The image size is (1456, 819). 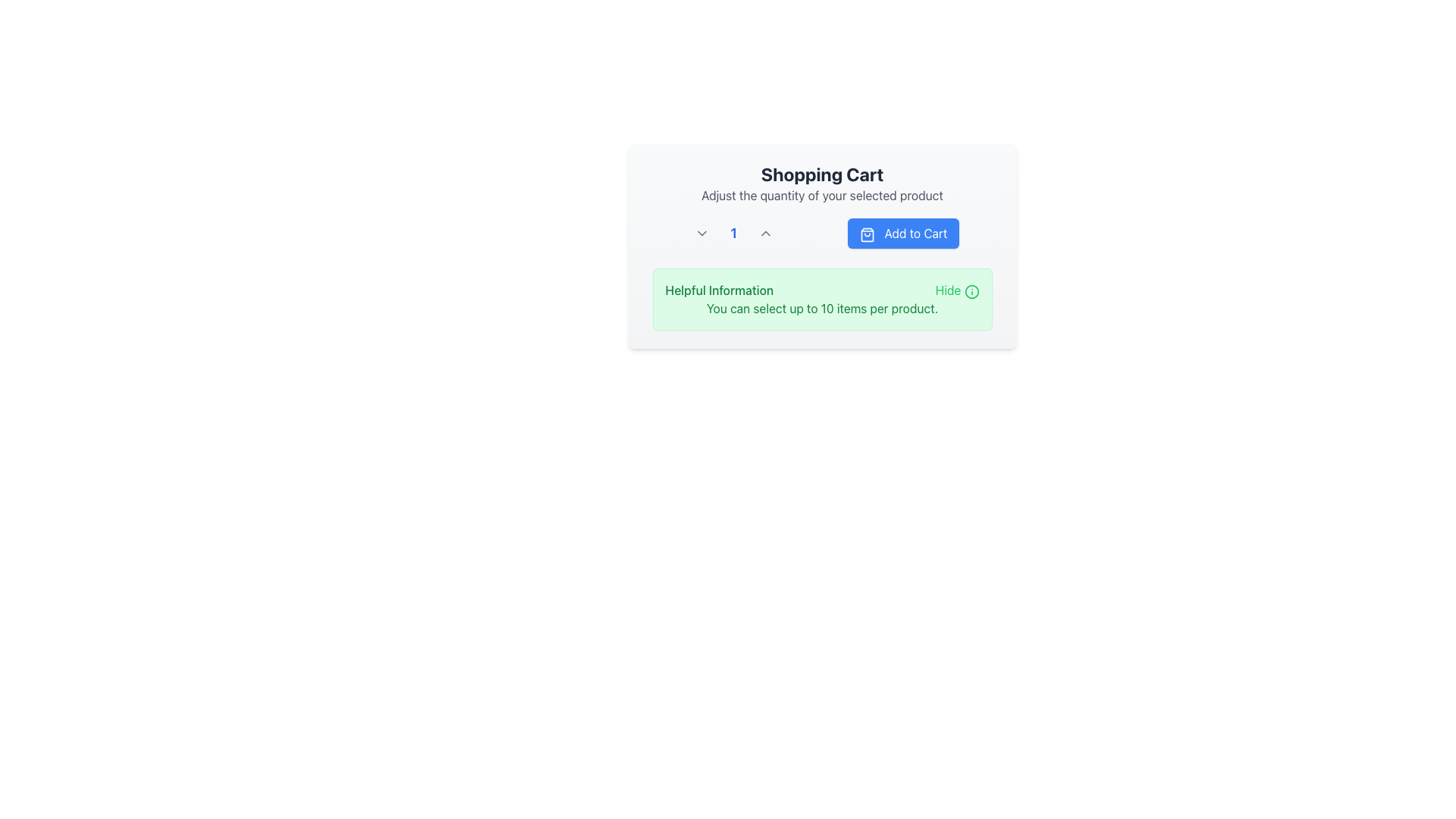 I want to click on the Text Label that serves as a header for the green background area, located in the upper-left corner below the 'Shopping Cart' header, so click(x=718, y=290).